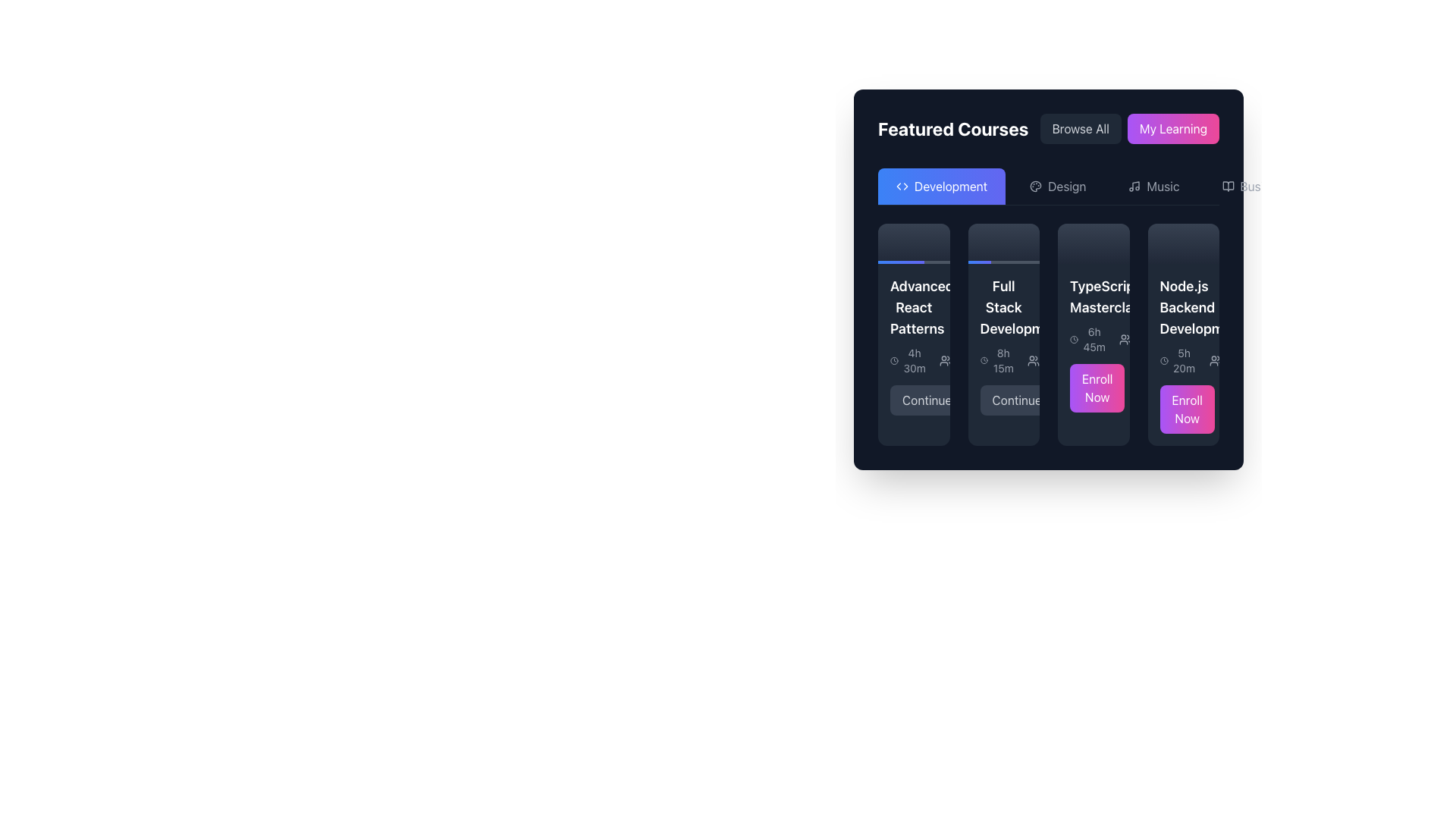 This screenshot has width=1456, height=819. What do you see at coordinates (1228, 186) in the screenshot?
I see `the small open book icon located to the left of the 'Business' text label in the top-right section of the interface` at bounding box center [1228, 186].